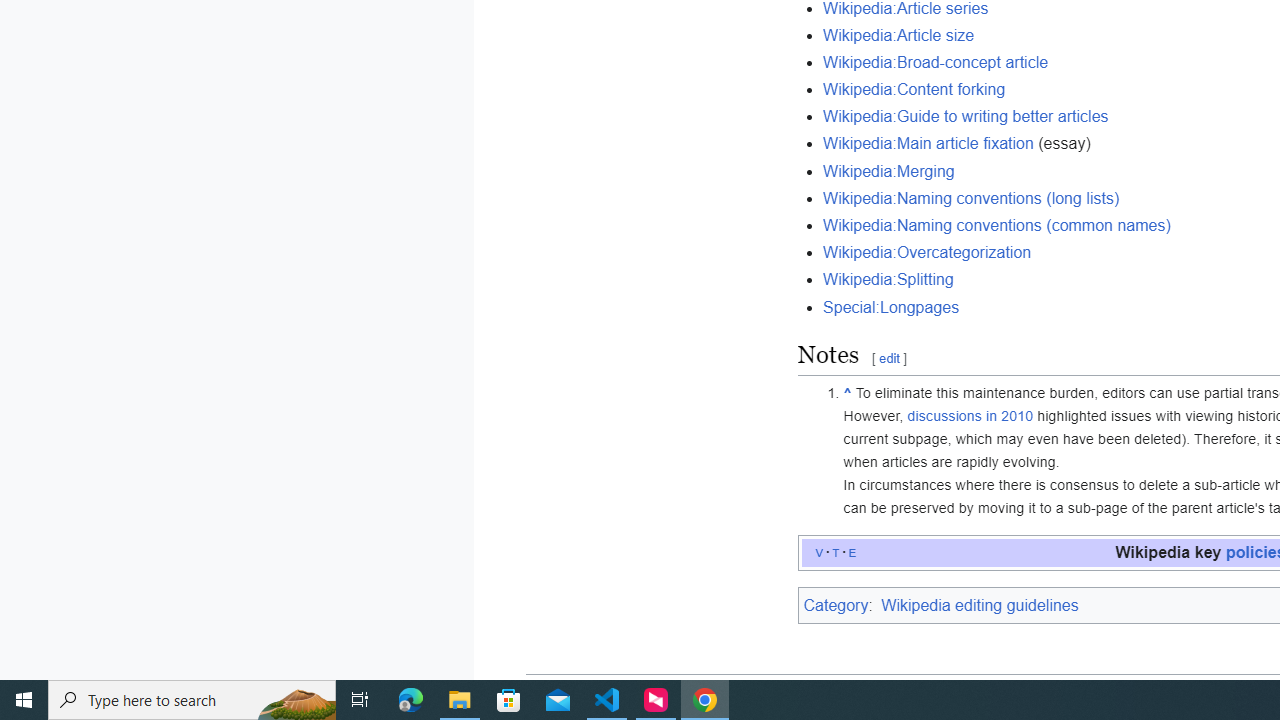 This screenshot has height=720, width=1280. Describe the element at coordinates (935, 61) in the screenshot. I see `'Wikipedia:Broad-concept article'` at that location.